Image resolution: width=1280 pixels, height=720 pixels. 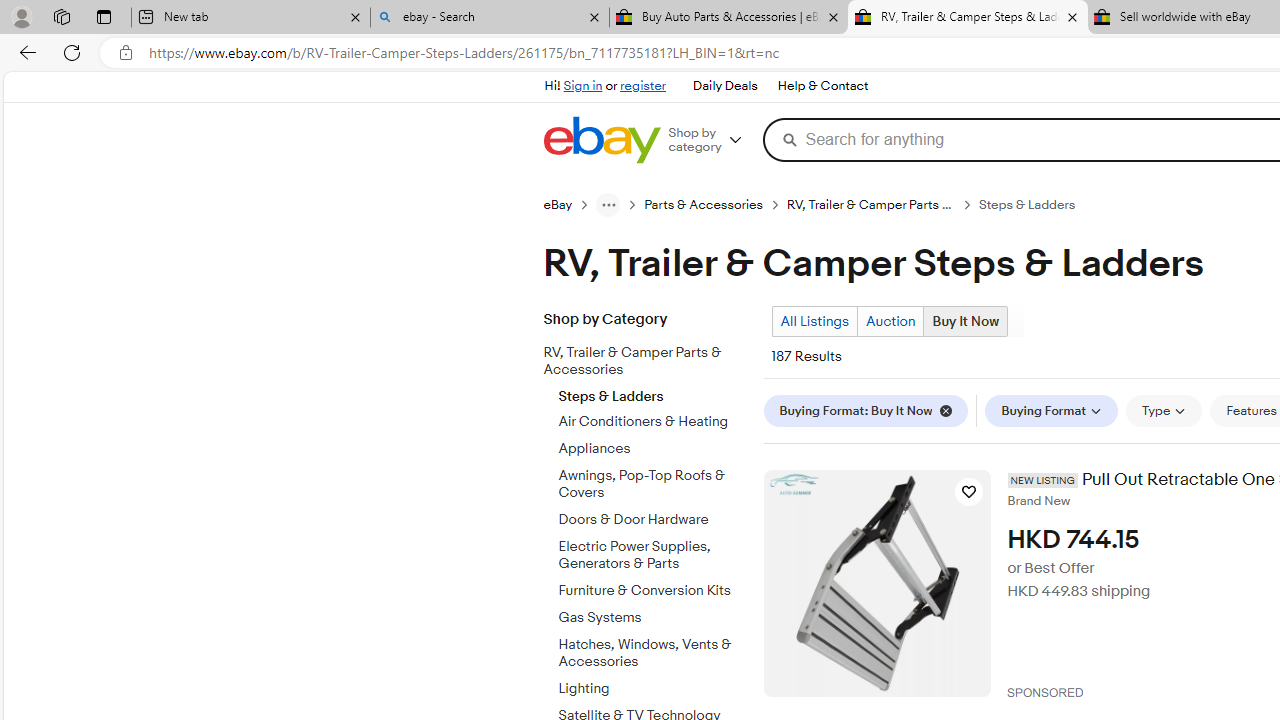 I want to click on 'Doors & Door Hardware', so click(x=653, y=519).